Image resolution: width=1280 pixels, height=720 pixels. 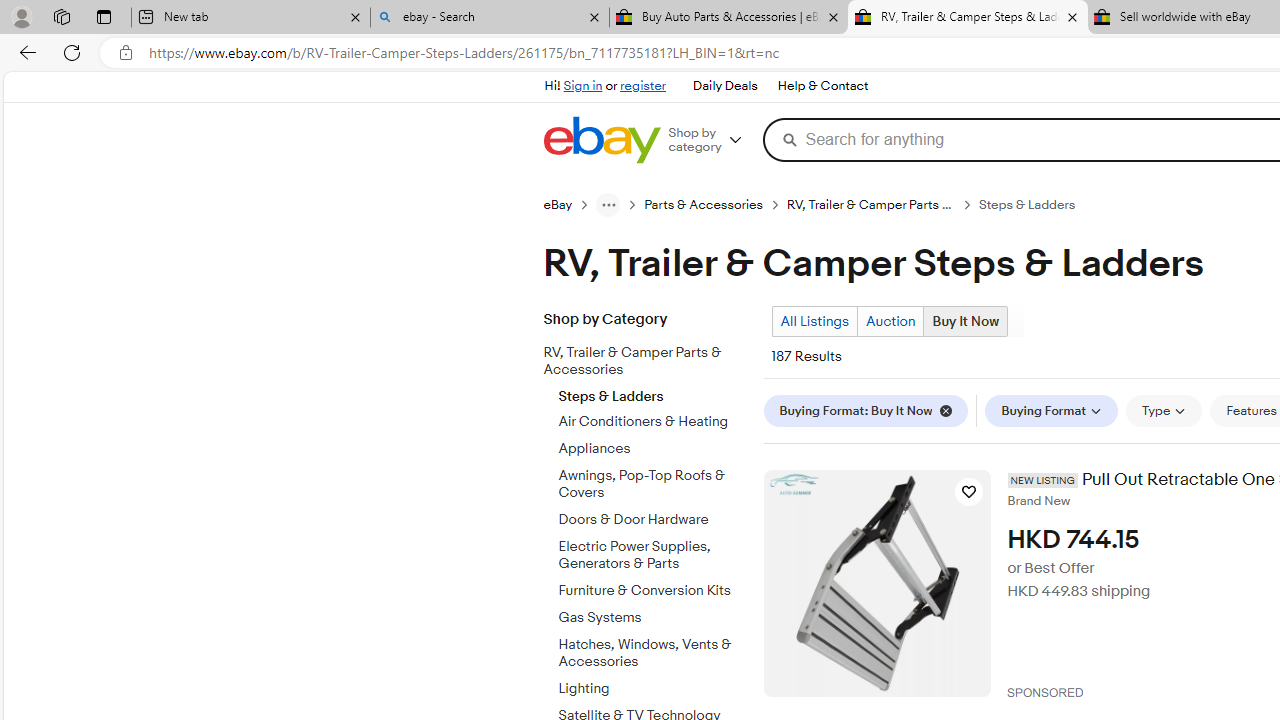 I want to click on 'Doors & Door Hardware', so click(x=653, y=519).